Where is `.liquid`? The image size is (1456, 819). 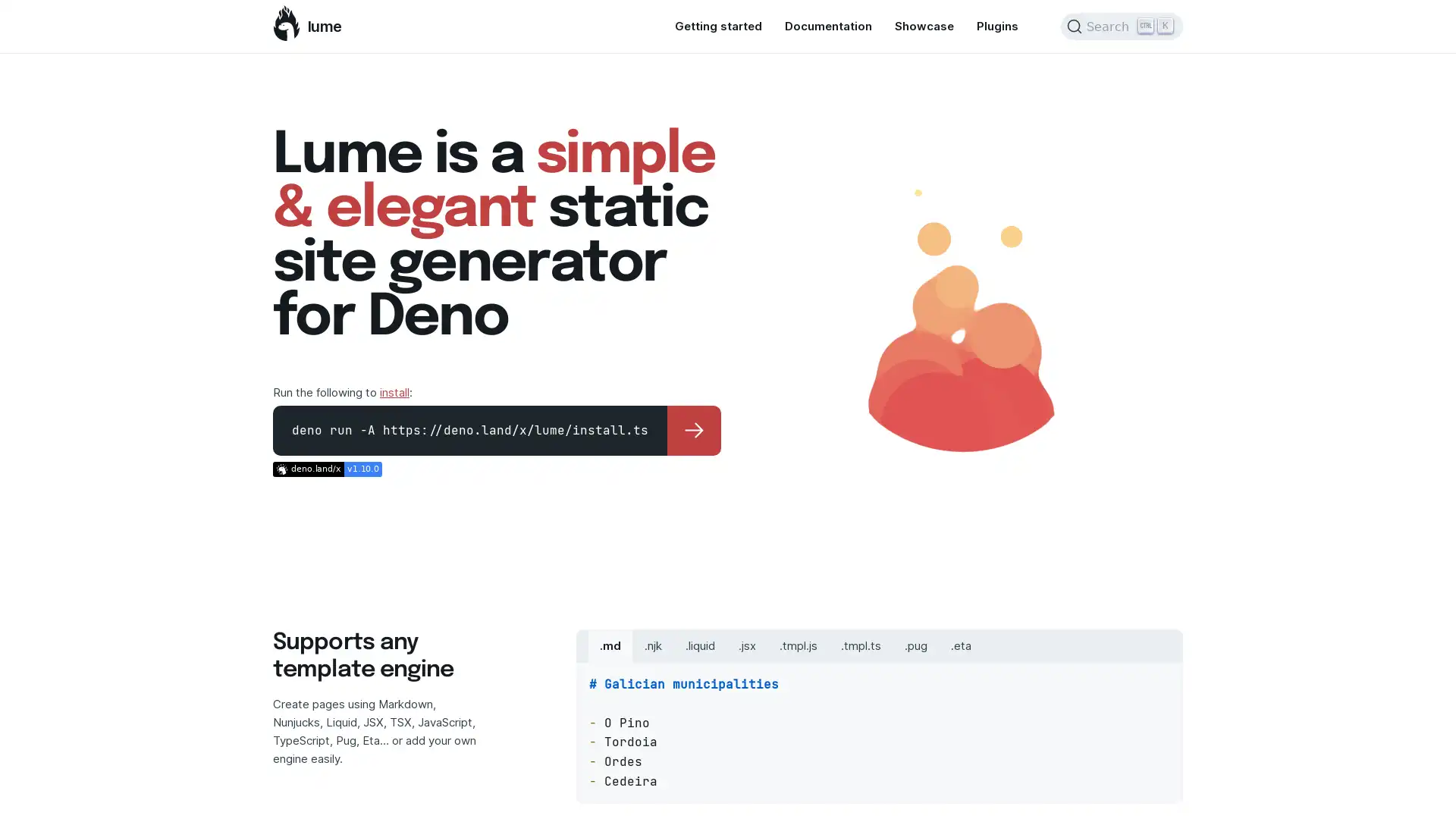
.liquid is located at coordinates (699, 645).